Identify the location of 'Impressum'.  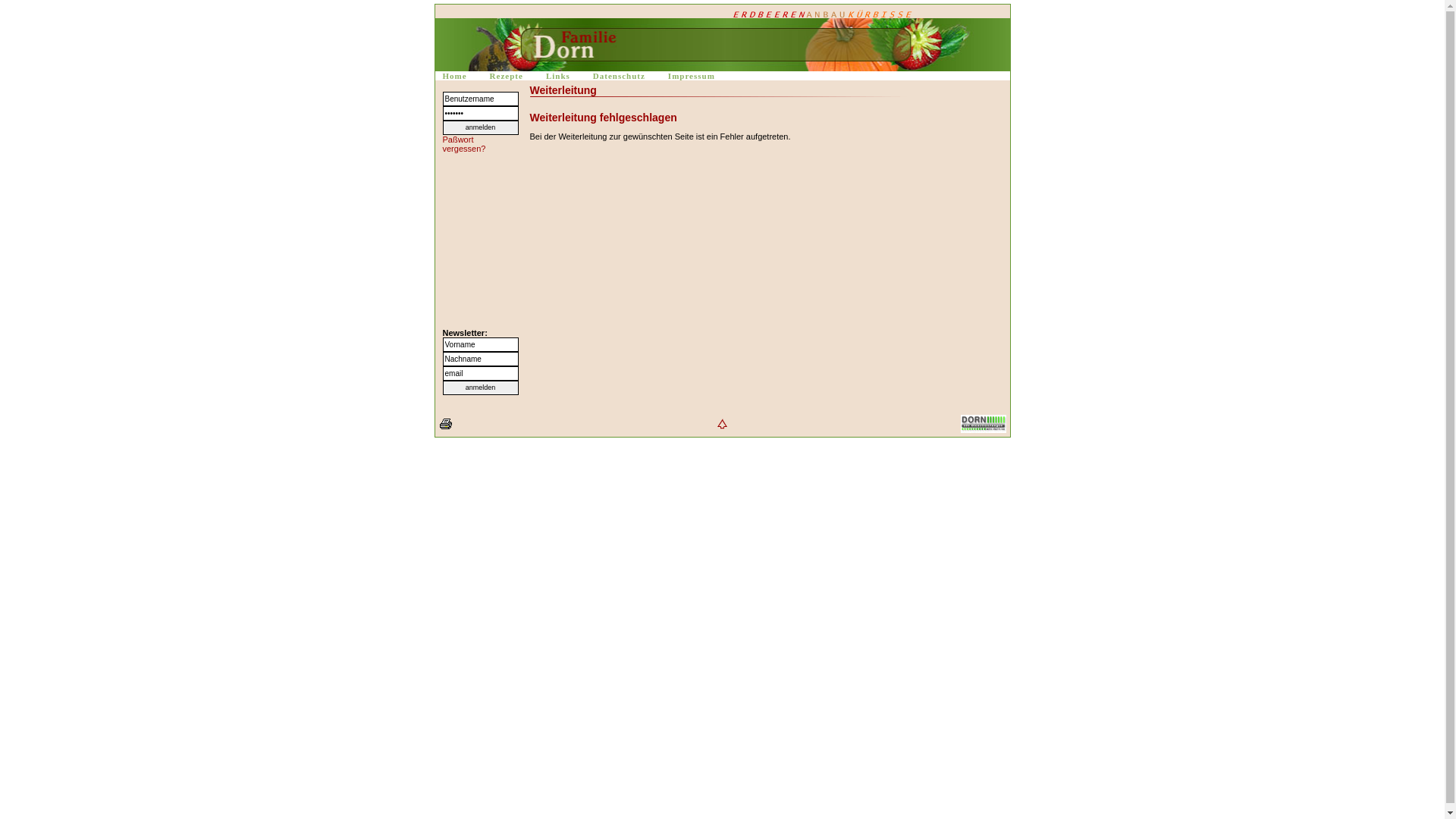
(691, 76).